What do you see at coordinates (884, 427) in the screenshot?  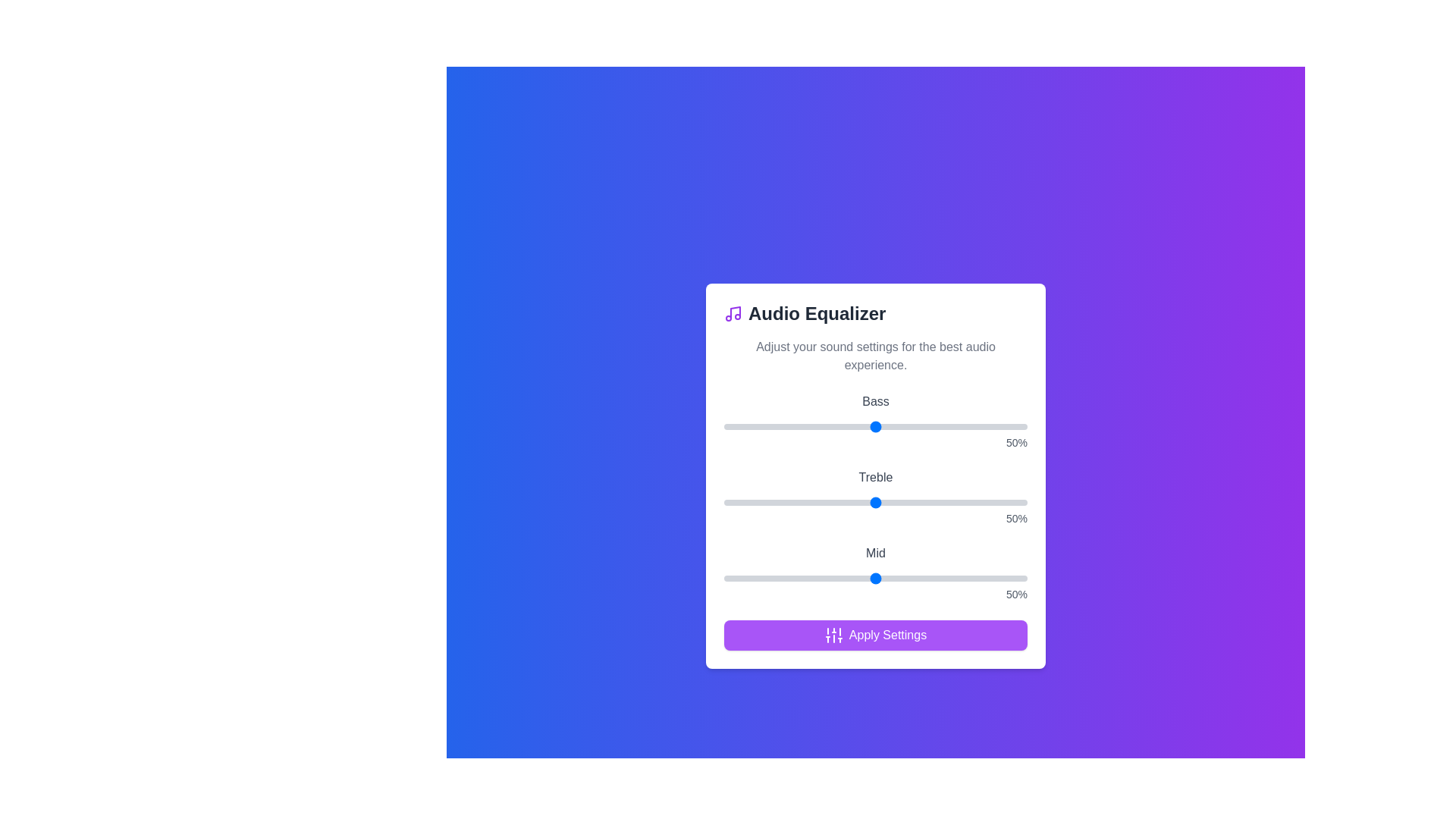 I see `the bass slider to 53%` at bounding box center [884, 427].